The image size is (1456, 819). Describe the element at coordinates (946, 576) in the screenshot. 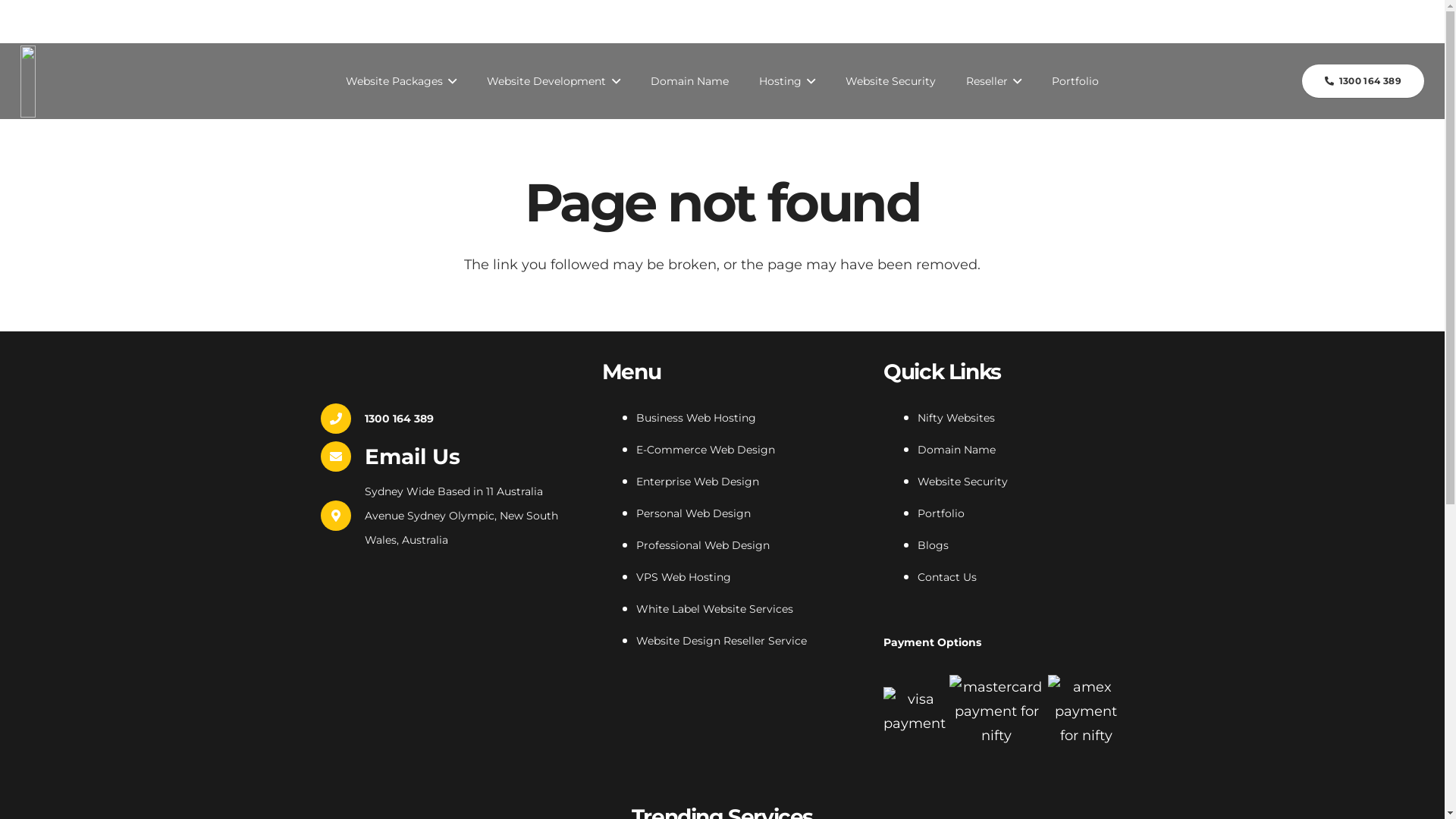

I see `'Contact Us'` at that location.